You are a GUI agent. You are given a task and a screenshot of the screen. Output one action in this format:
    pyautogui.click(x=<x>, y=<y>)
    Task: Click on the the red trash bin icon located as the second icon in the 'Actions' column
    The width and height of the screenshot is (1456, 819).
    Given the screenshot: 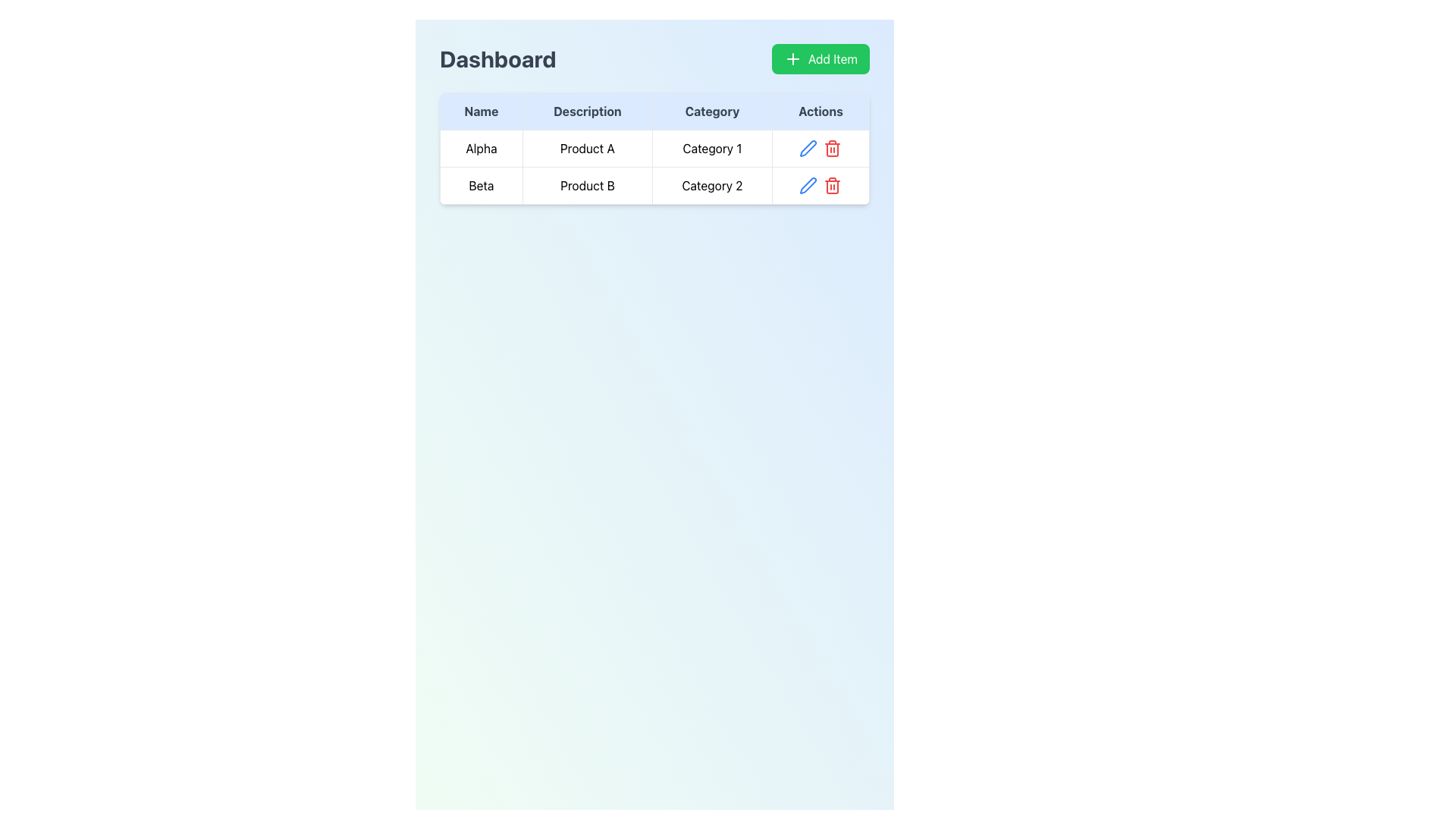 What is the action you would take?
    pyautogui.click(x=832, y=149)
    